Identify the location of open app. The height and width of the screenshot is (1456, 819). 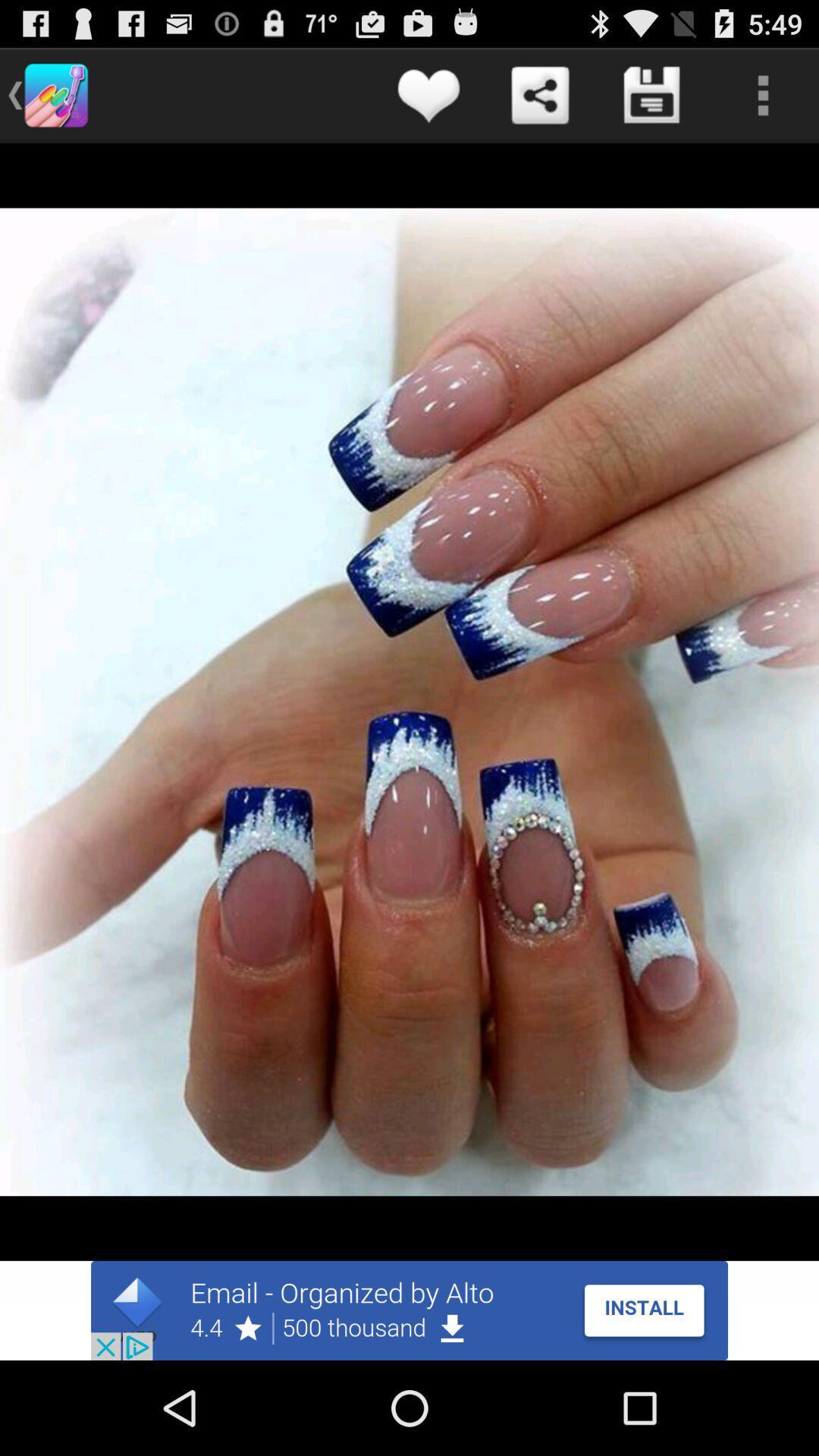
(409, 1310).